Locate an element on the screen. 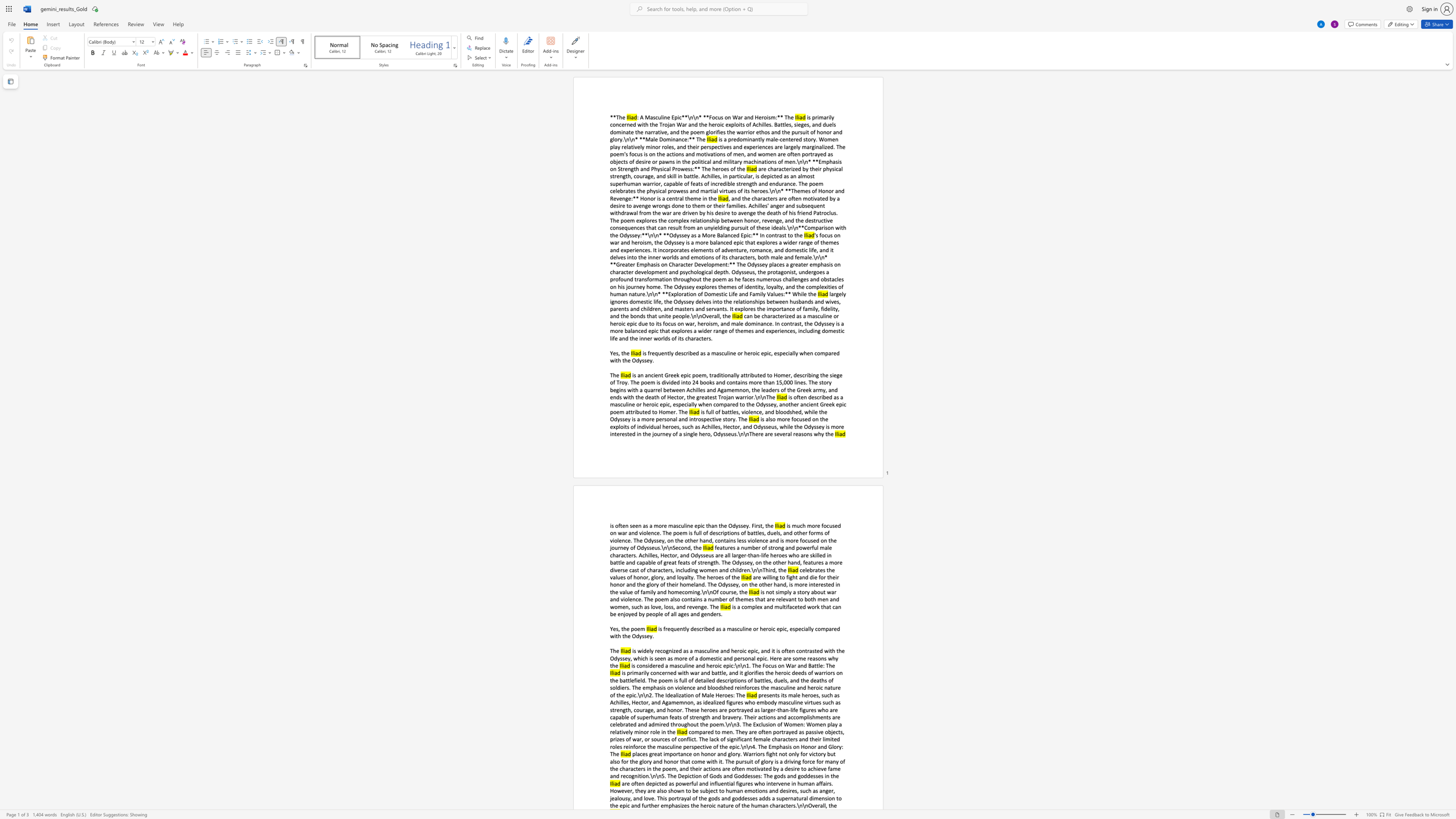  the subset text "tues of its heroes.\n\n* **Themes of Honor and Revenge:** Honor is a central the" within the text "are characterized by their physical strength, courage, and skill in battle. Achilles, in particular, is depicted as an almost superhuman warrior, capable of feats of incredible strength and endurance. The poem celebrates the physical prowess and martial virtues of its heroes.\n\n* **Themes of Honor and Revenge:** Honor is a central theme in the" is located at coordinates (725, 190).